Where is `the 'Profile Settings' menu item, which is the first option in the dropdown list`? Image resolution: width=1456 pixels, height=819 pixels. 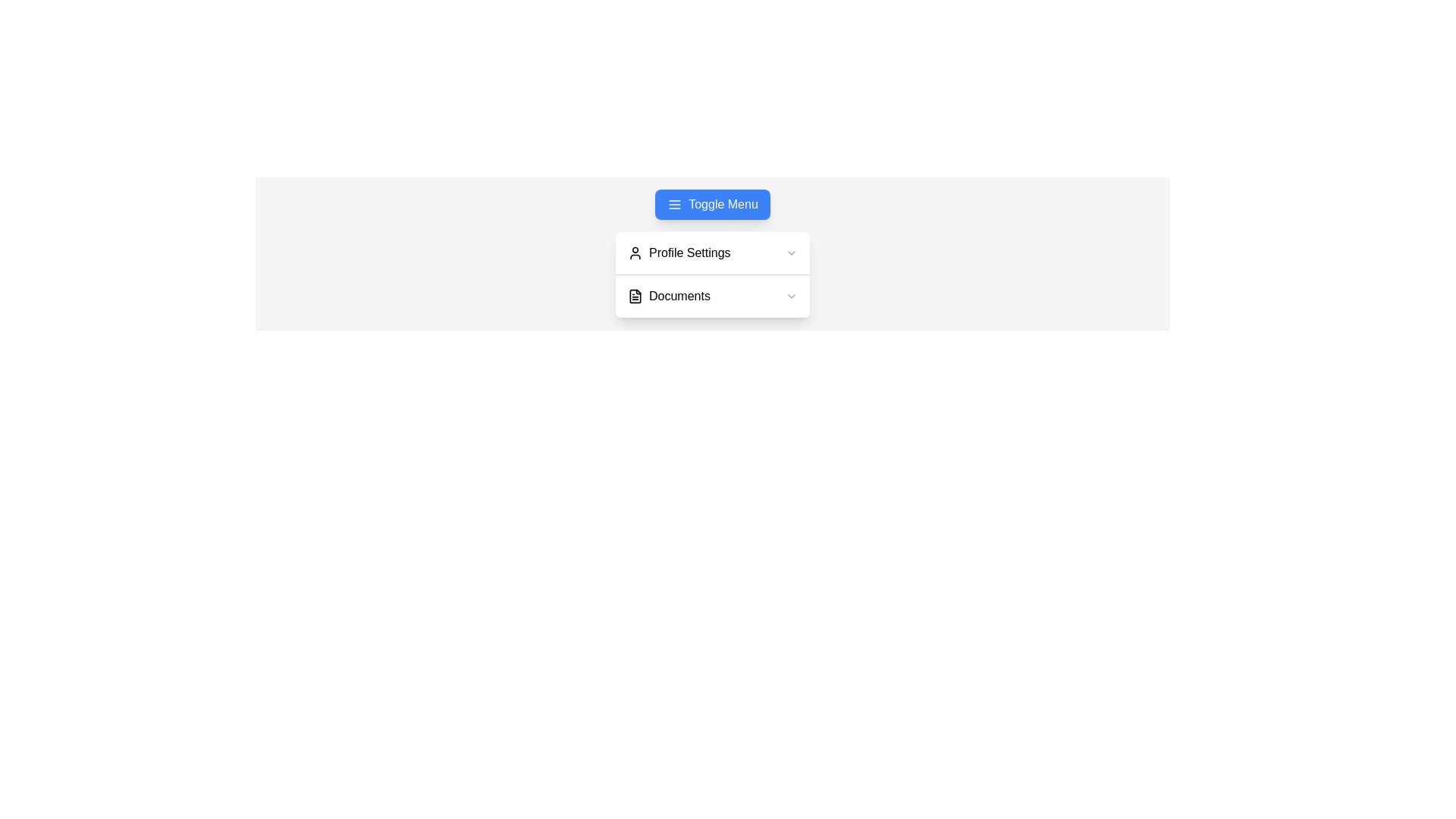 the 'Profile Settings' menu item, which is the first option in the dropdown list is located at coordinates (712, 253).